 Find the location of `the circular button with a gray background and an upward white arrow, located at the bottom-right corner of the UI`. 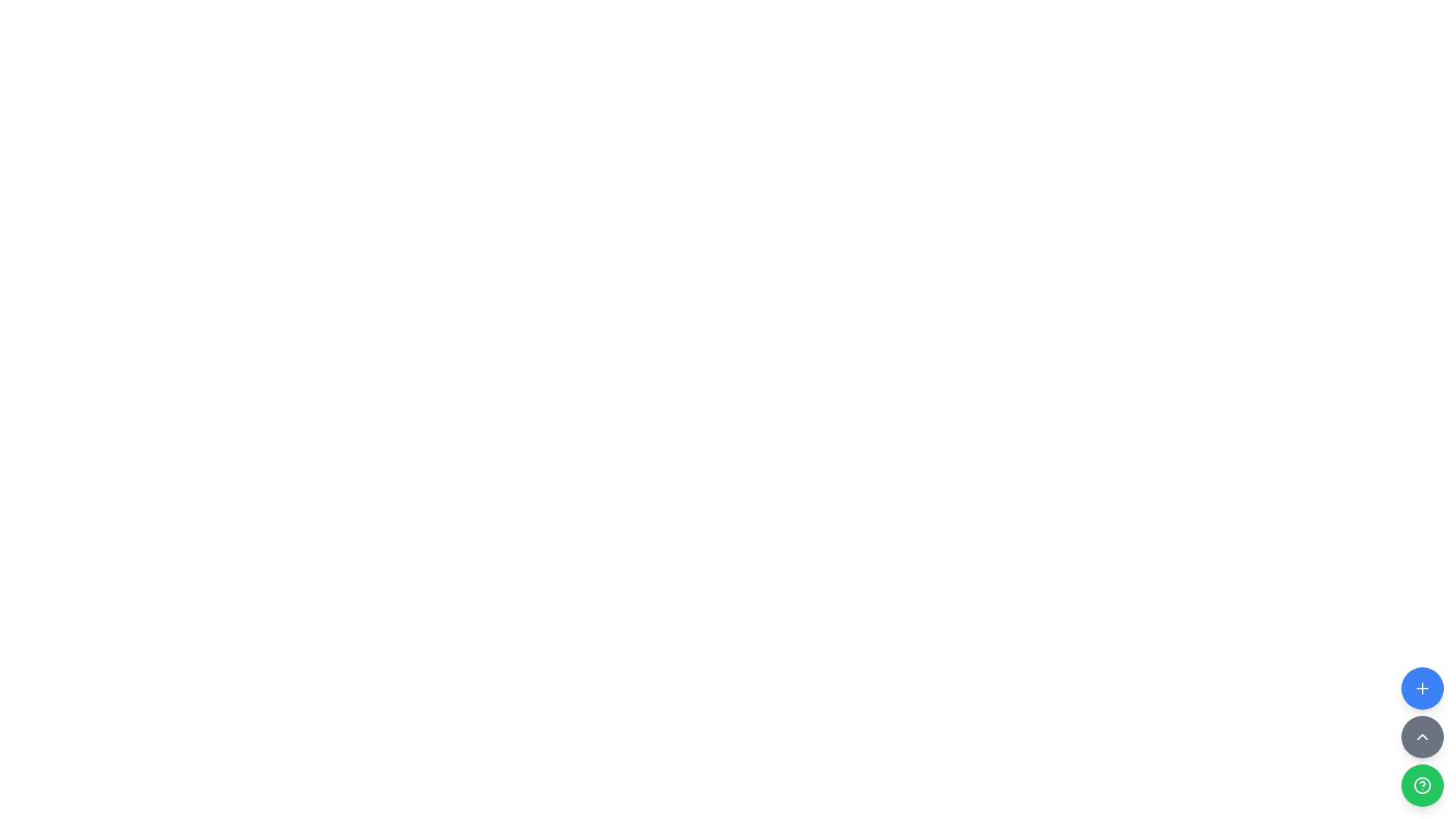

the circular button with a gray background and an upward white arrow, located at the bottom-right corner of the UI is located at coordinates (1422, 736).